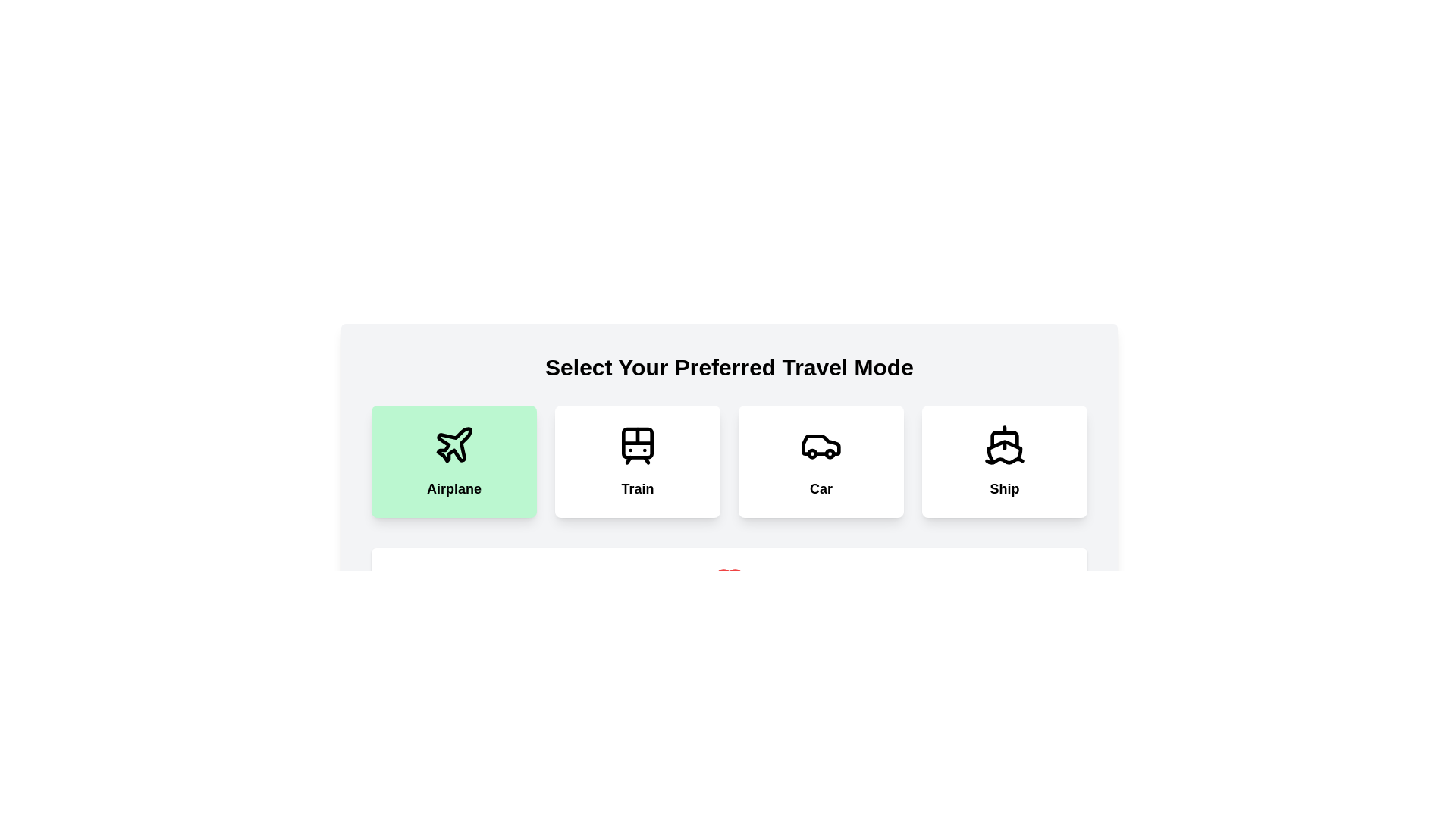 This screenshot has width=1456, height=819. What do you see at coordinates (821, 444) in the screenshot?
I see `the car icon, which is a line-drawn figure with four wheels and a roof, located centrally within the 'Car' card in the travel mode selection area` at bounding box center [821, 444].